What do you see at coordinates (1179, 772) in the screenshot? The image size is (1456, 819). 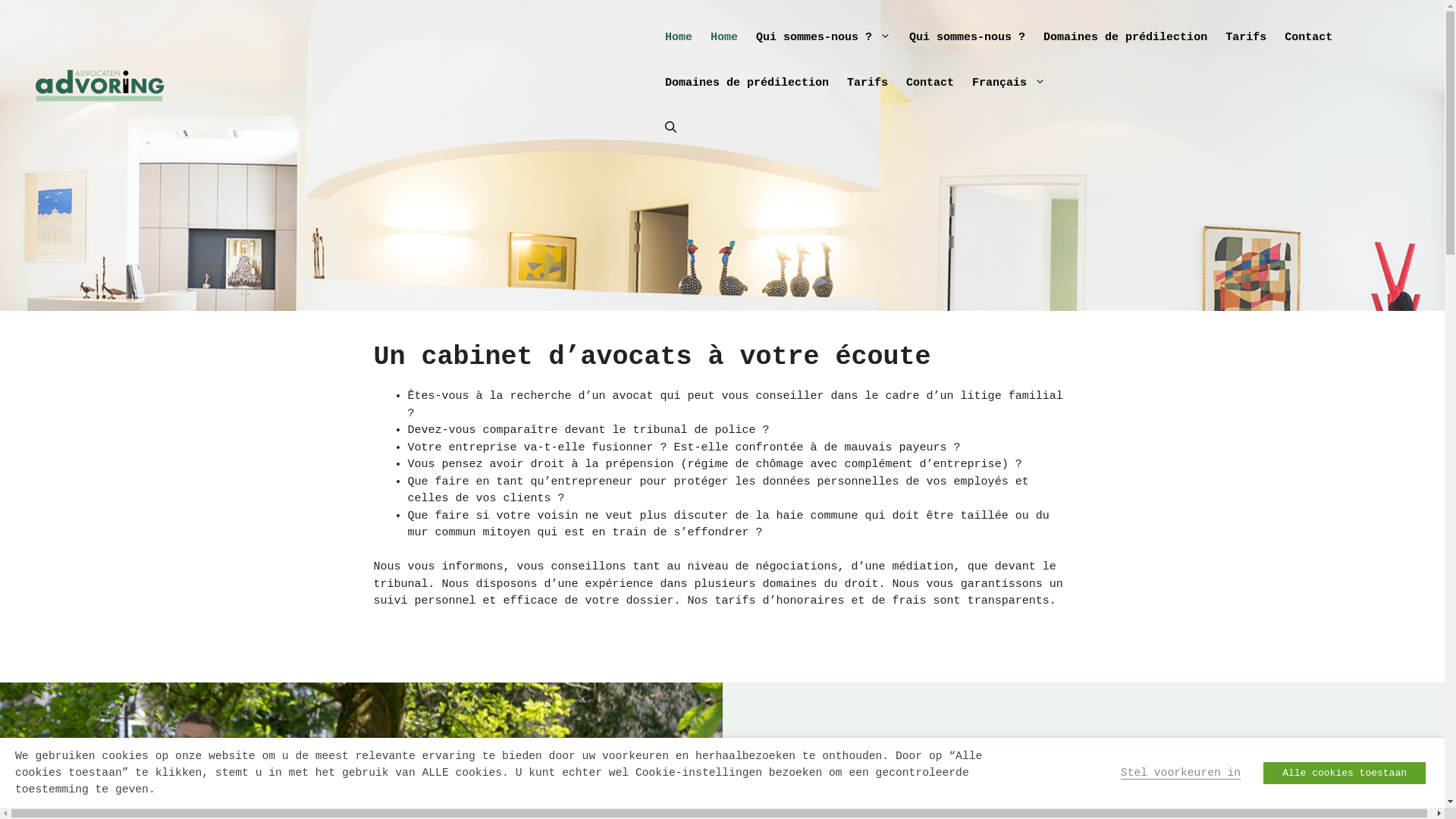 I see `'Stel voorkeuren in'` at bounding box center [1179, 772].